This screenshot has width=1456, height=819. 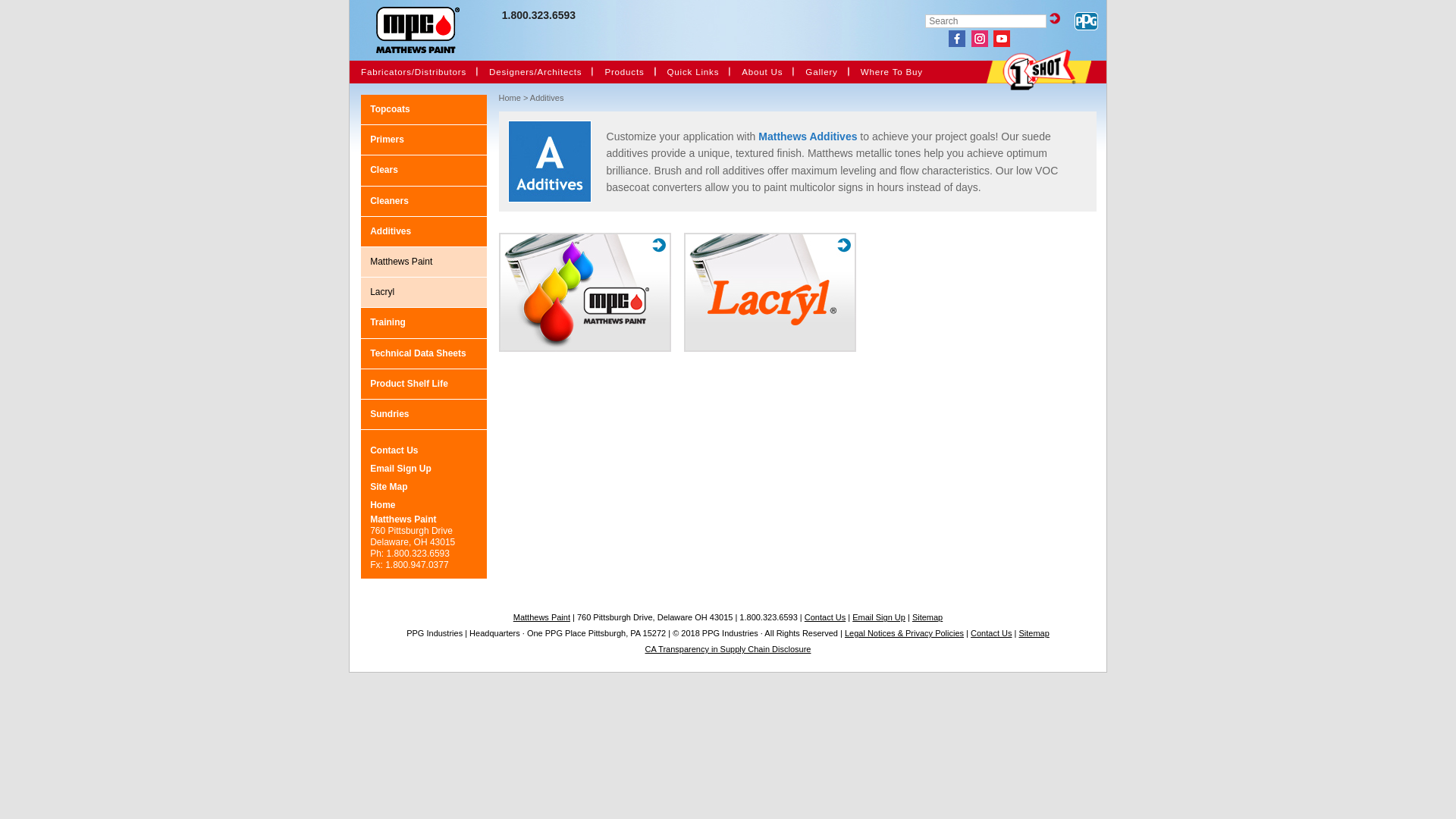 I want to click on 'Technical Data Sheets', so click(x=418, y=353).